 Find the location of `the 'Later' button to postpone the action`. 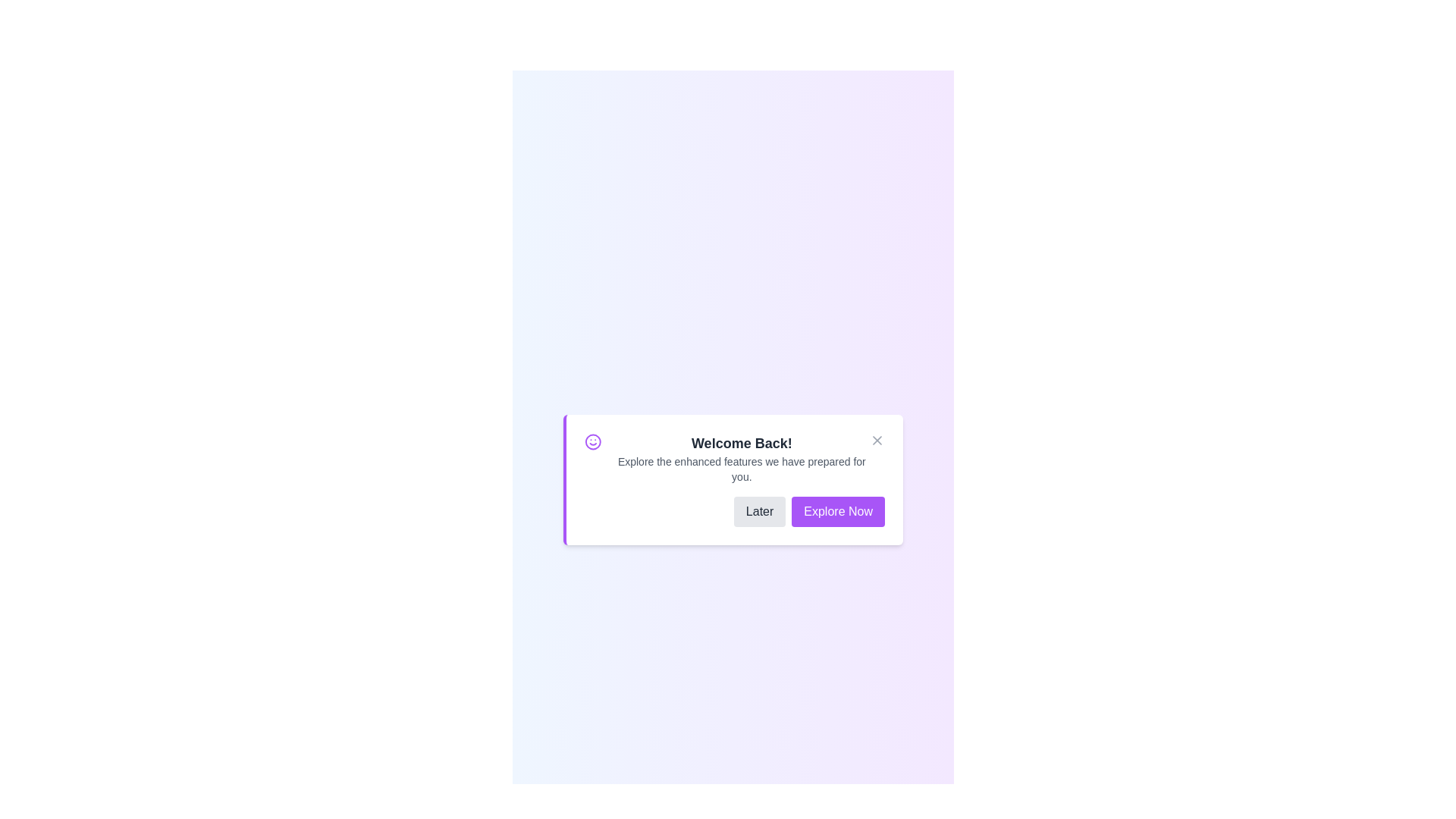

the 'Later' button to postpone the action is located at coordinates (760, 512).